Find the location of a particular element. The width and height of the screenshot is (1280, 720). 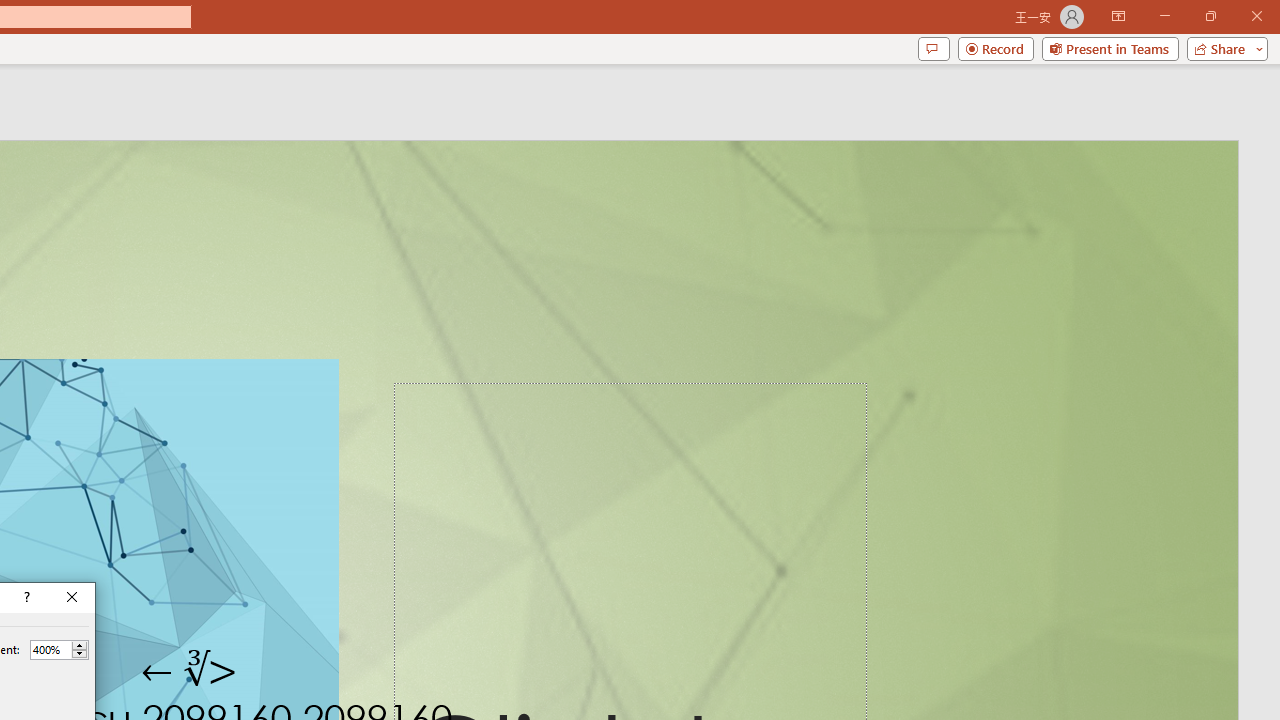

'Percent' is located at coordinates (59, 650).